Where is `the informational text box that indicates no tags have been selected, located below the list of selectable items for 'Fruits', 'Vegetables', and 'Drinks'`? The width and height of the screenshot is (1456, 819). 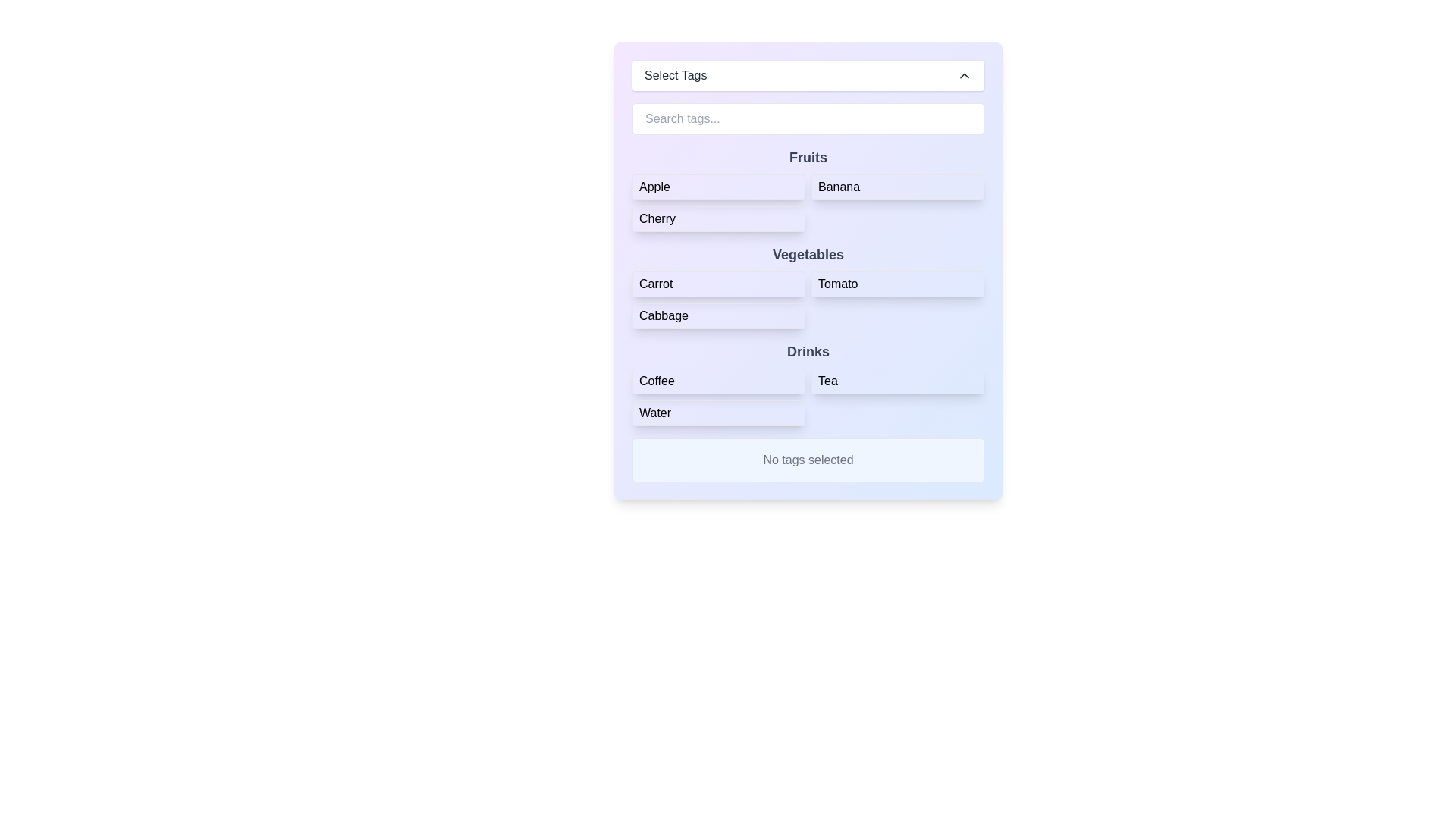 the informational text box that indicates no tags have been selected, located below the list of selectable items for 'Fruits', 'Vegetables', and 'Drinks' is located at coordinates (807, 459).